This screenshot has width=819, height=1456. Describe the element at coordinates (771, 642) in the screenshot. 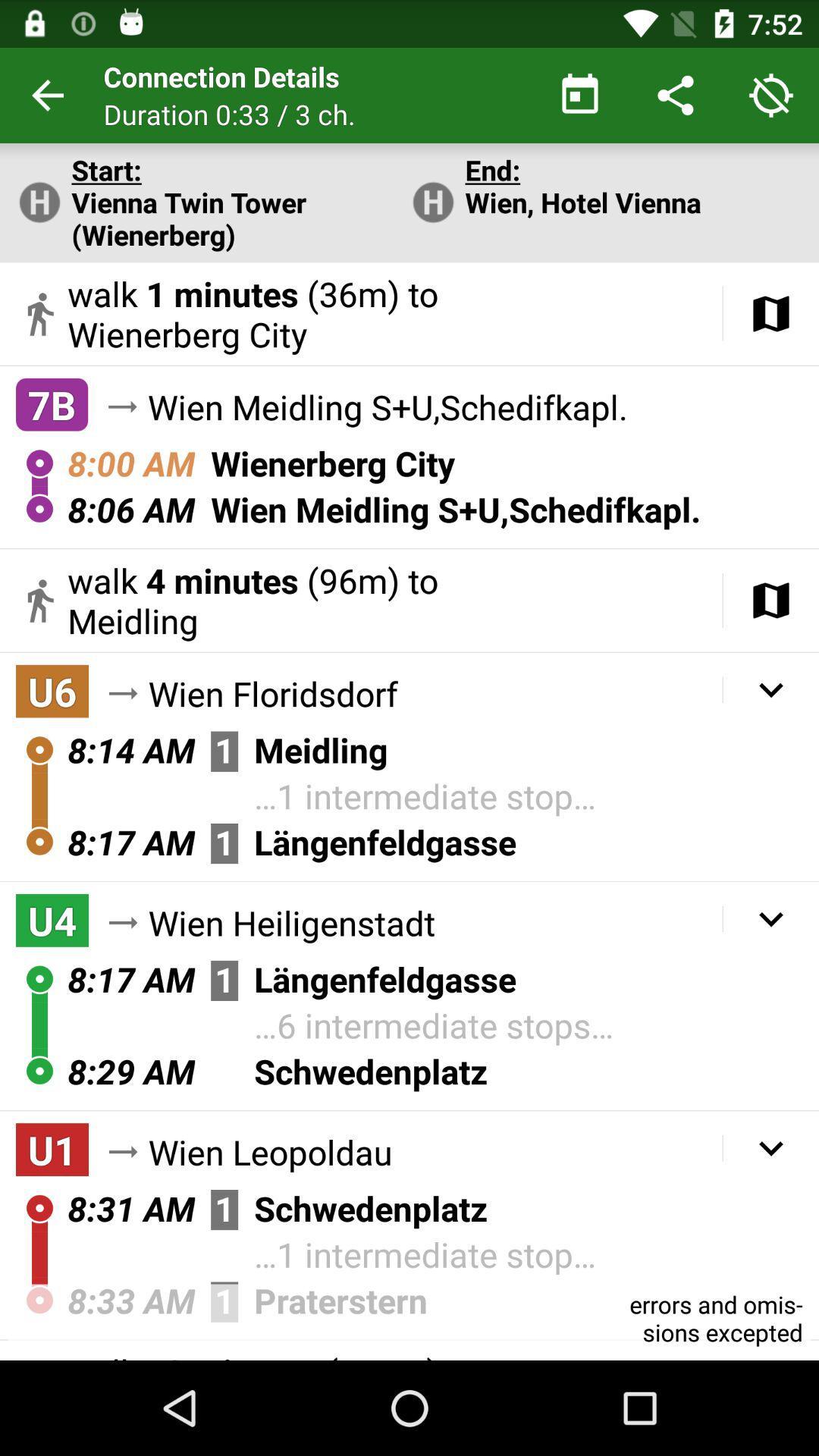

I see `the book icon` at that location.